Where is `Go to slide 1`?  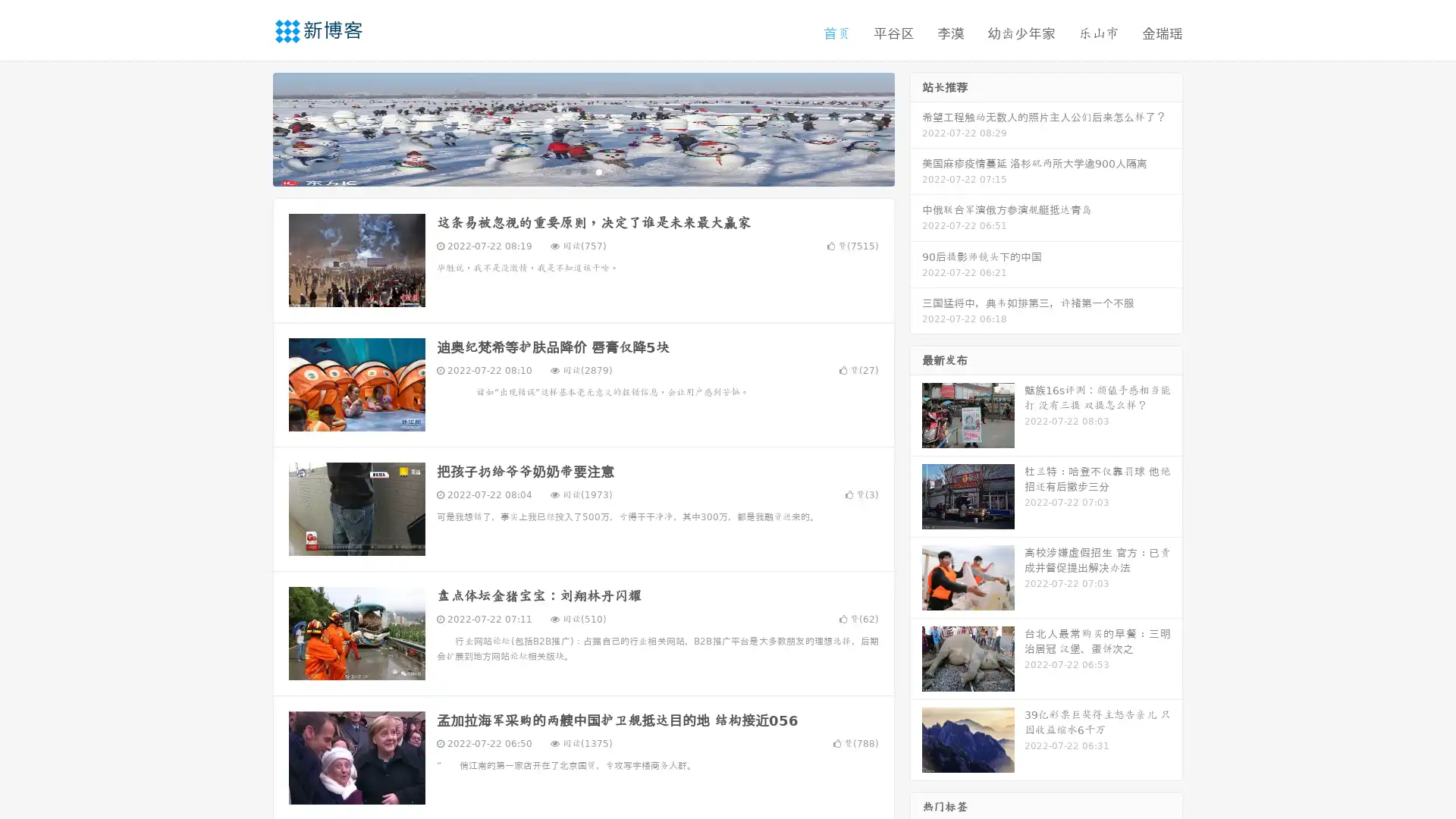 Go to slide 1 is located at coordinates (567, 171).